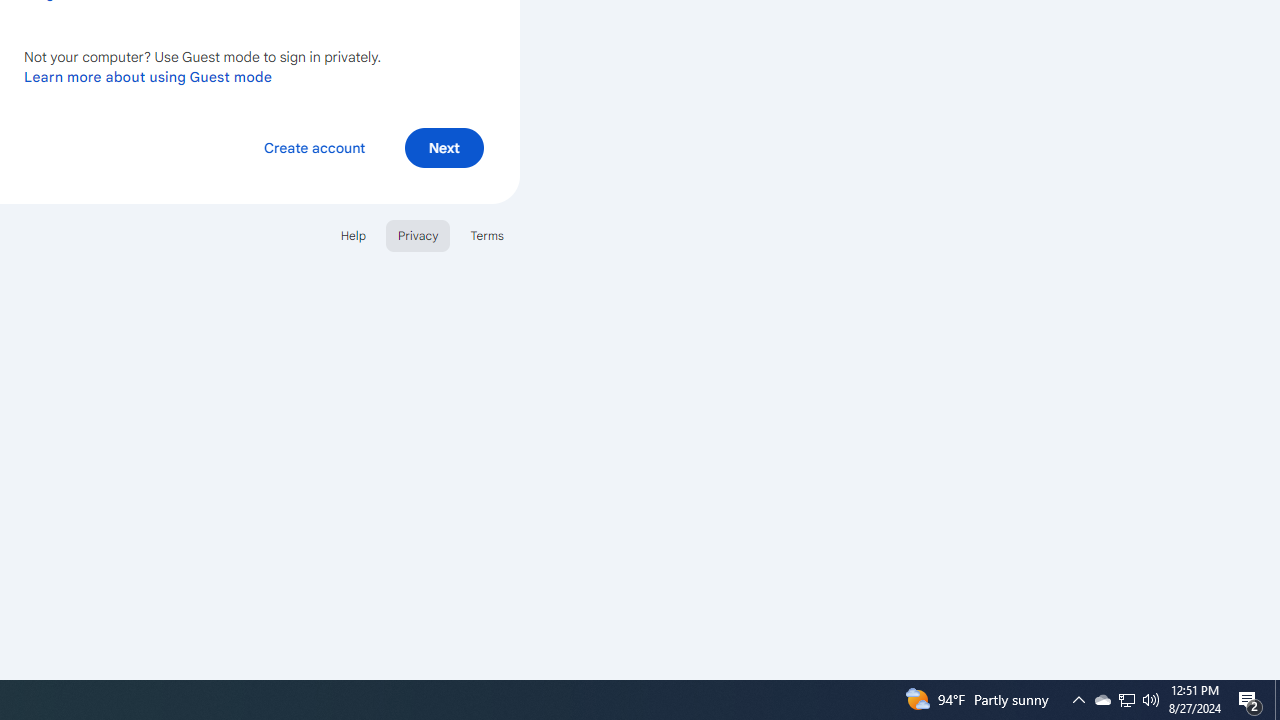  I want to click on 'Next', so click(443, 146).